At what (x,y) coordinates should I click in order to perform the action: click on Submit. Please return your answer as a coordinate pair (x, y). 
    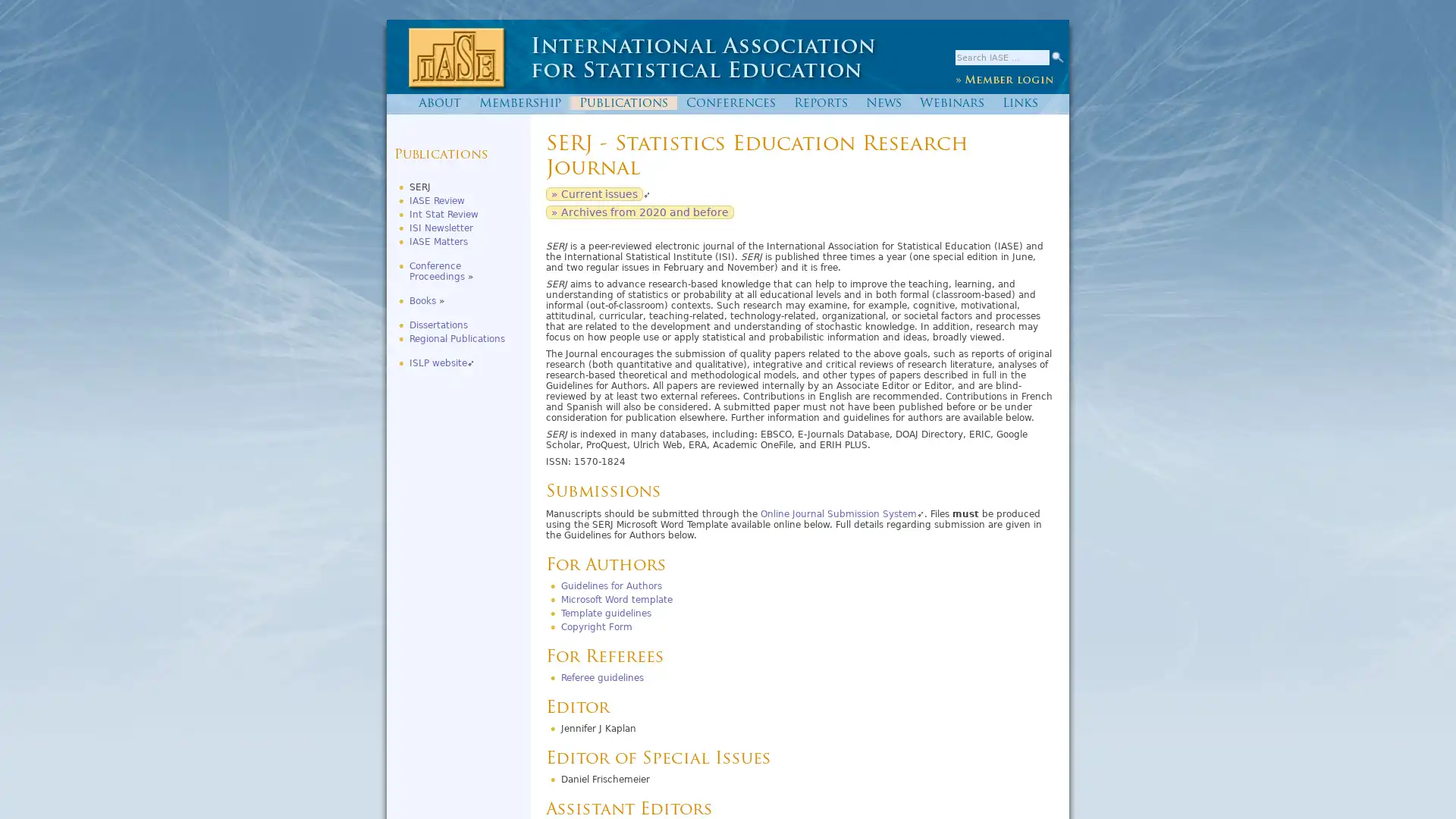
    Looking at the image, I should click on (1056, 55).